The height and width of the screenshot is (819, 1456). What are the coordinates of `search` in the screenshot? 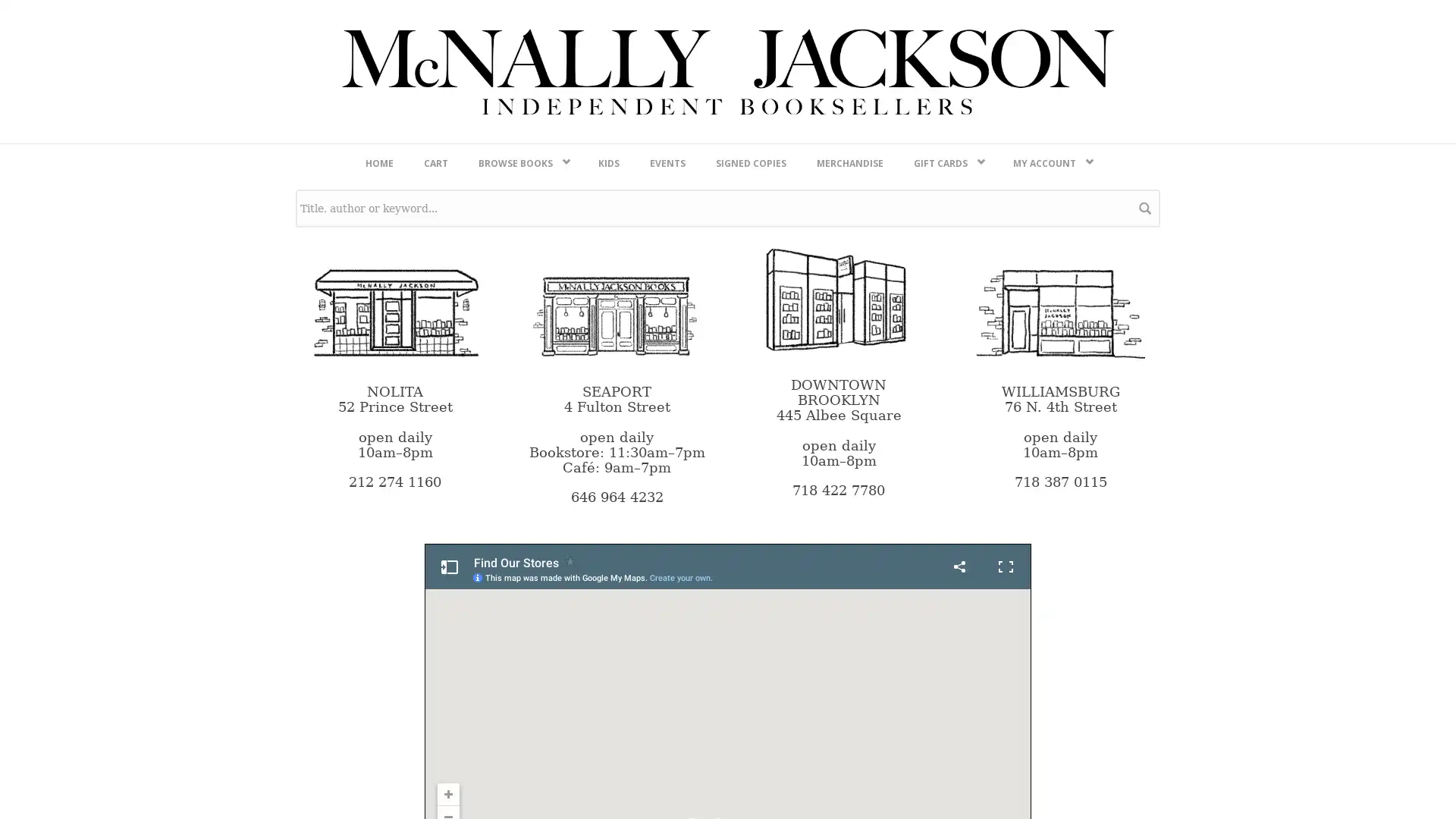 It's located at (1145, 607).